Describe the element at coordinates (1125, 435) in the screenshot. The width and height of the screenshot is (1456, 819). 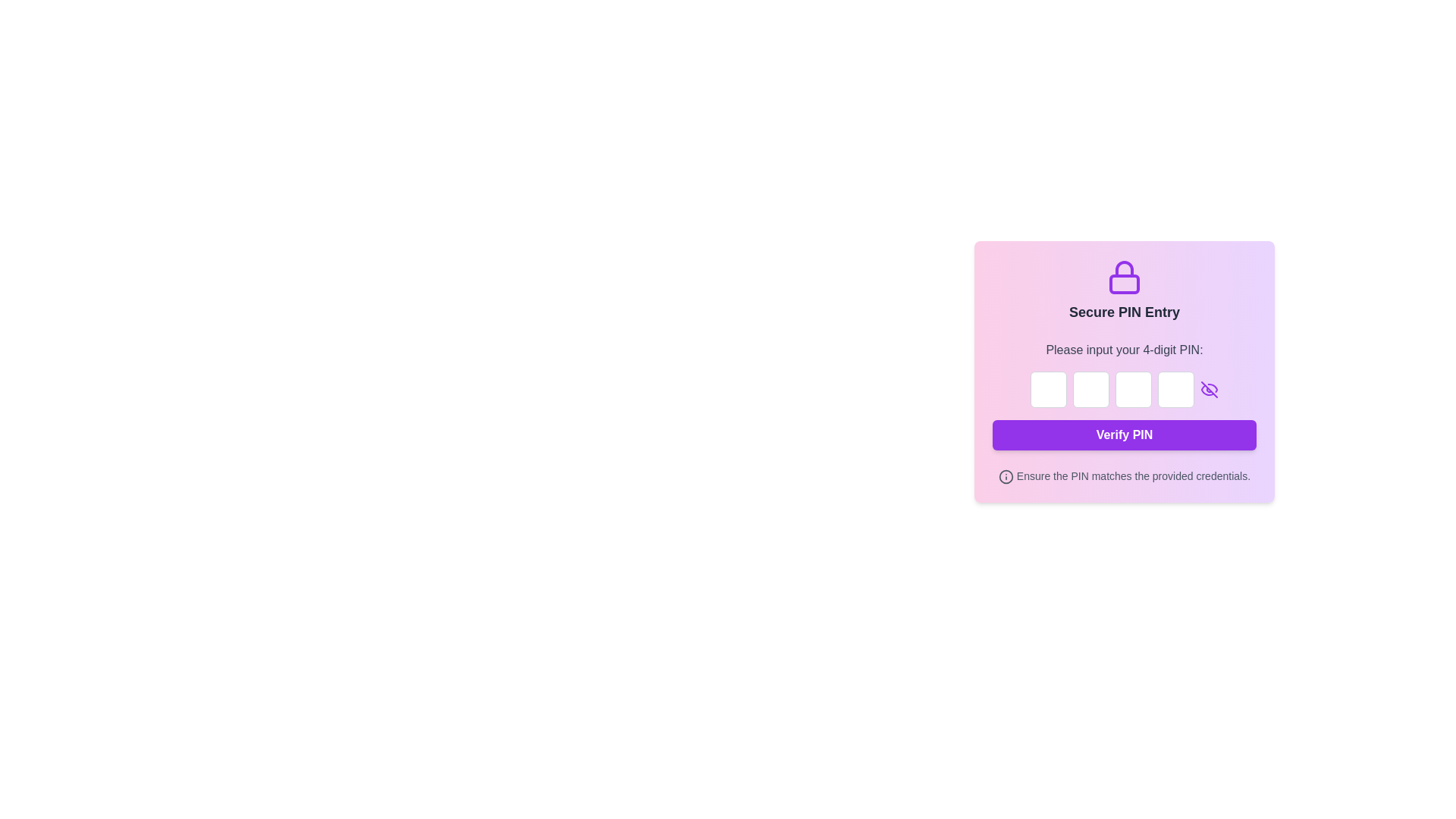
I see `the 'Verify PIN' button, which is a horizontally elongated rectangular button with a vibrant purple background and white bold text` at that location.